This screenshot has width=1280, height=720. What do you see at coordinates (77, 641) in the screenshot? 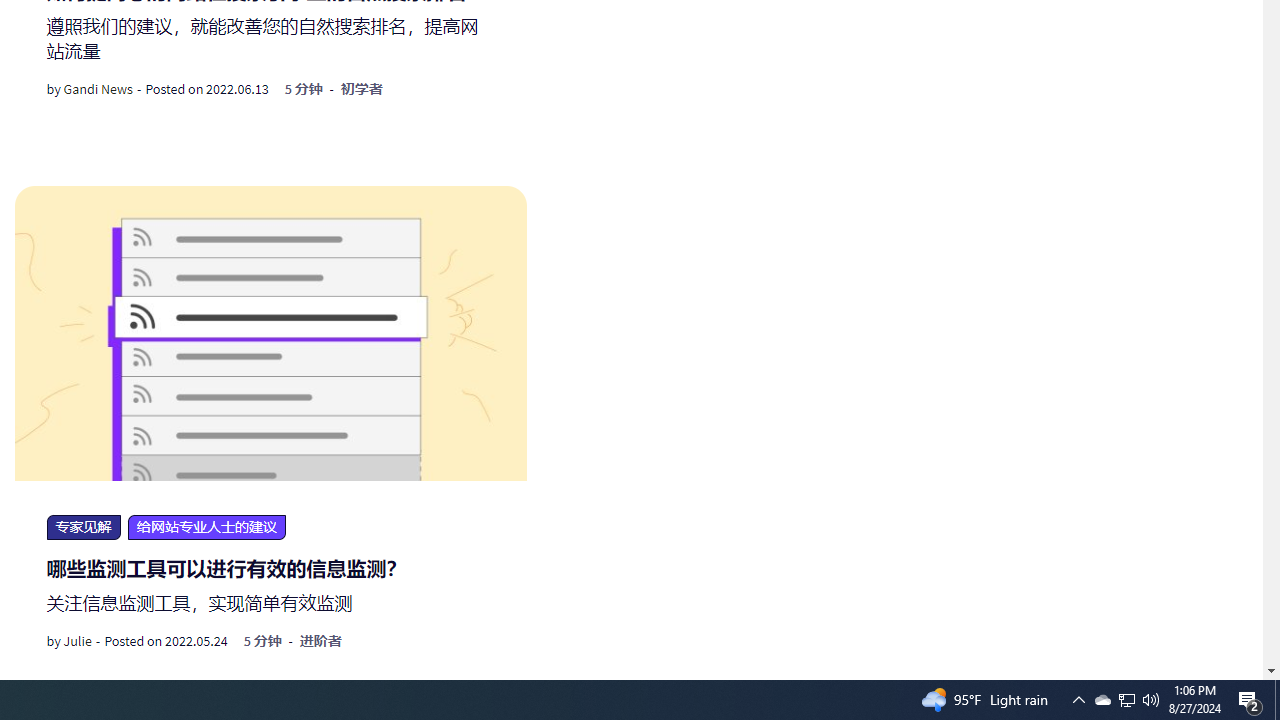
I see `'Julie'` at bounding box center [77, 641].